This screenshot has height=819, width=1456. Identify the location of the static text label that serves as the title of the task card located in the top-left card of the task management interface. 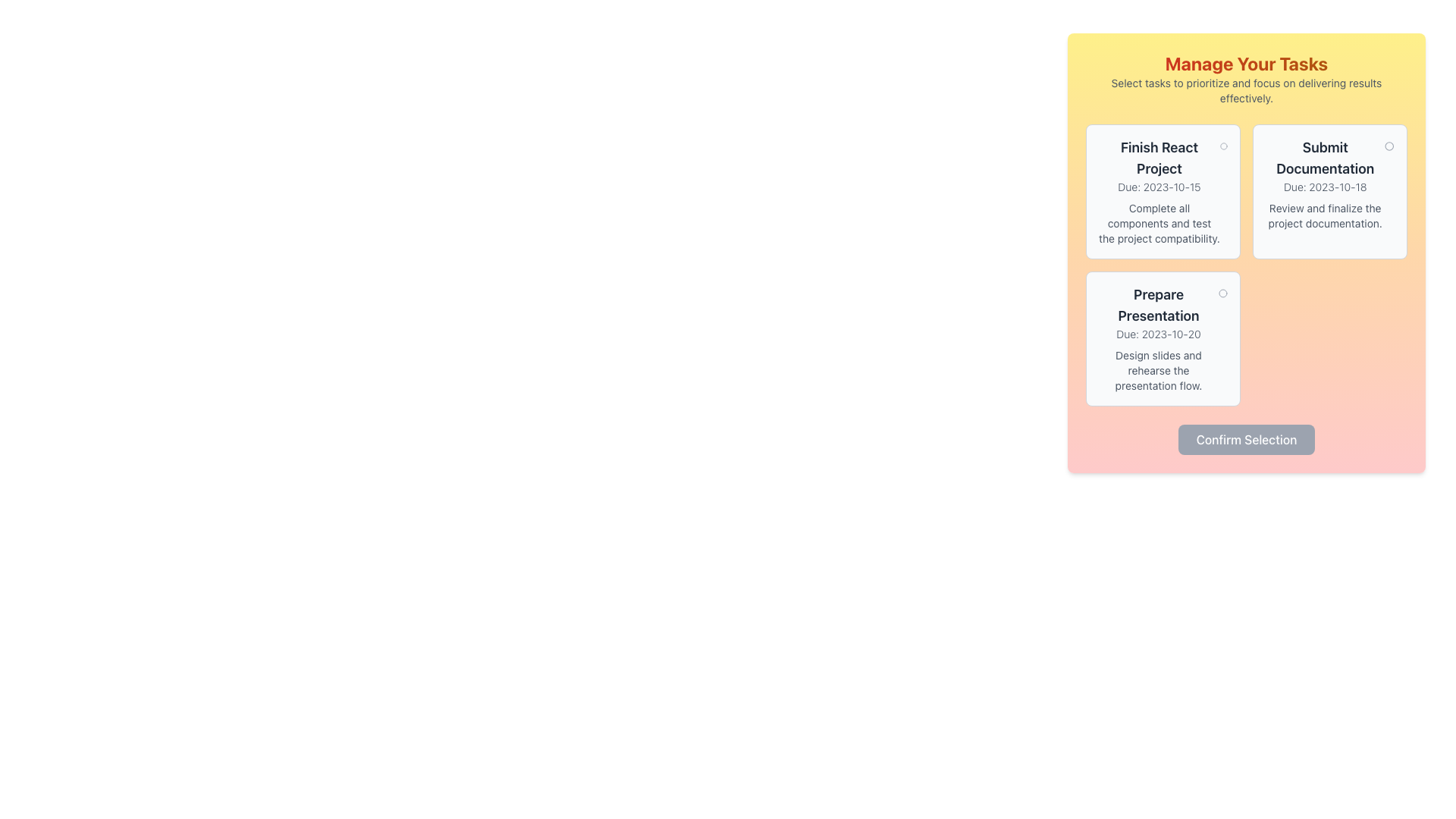
(1159, 158).